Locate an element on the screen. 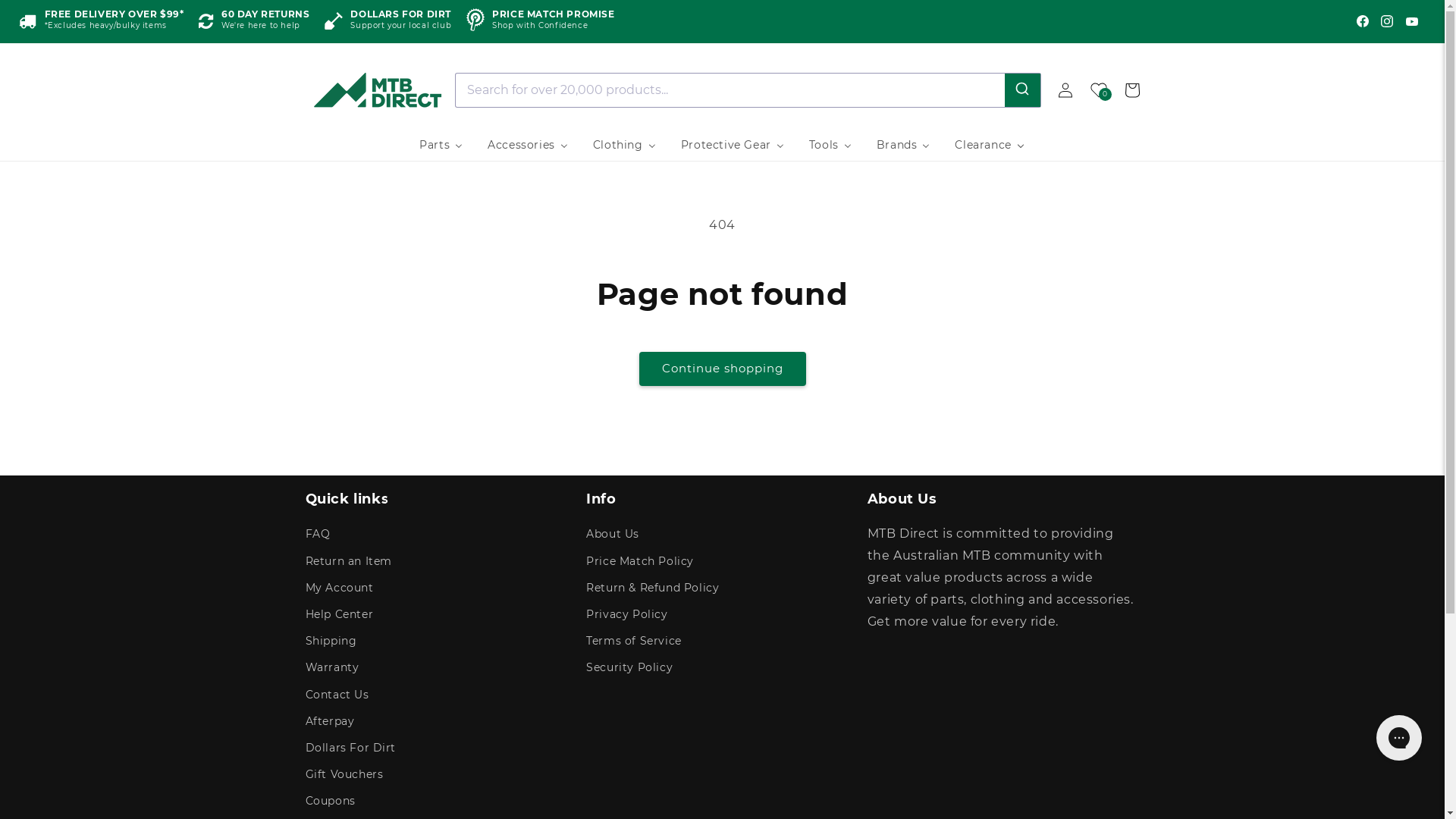 This screenshot has width=1456, height=819. 'Find us on Instagram' is located at coordinates (1386, 20).